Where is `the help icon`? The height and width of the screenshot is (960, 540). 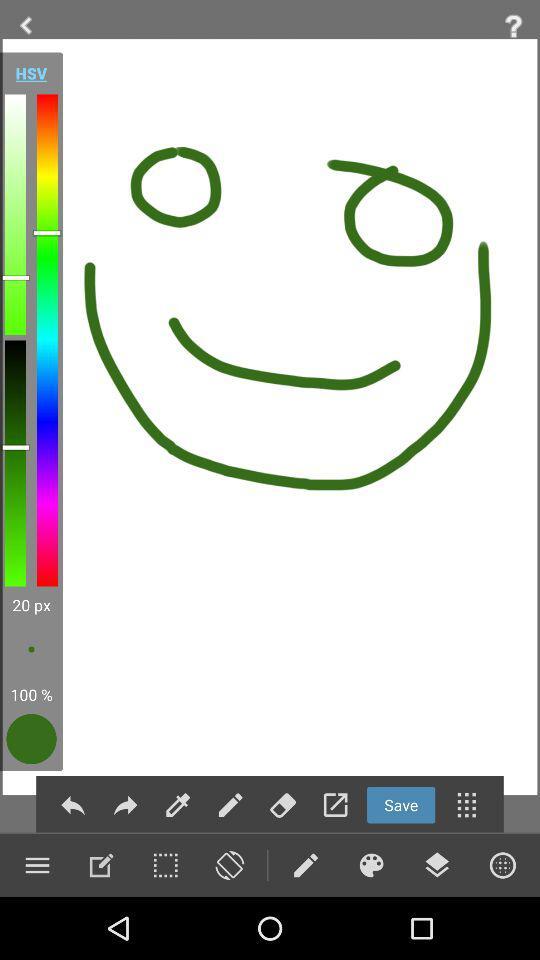 the help icon is located at coordinates (513, 25).